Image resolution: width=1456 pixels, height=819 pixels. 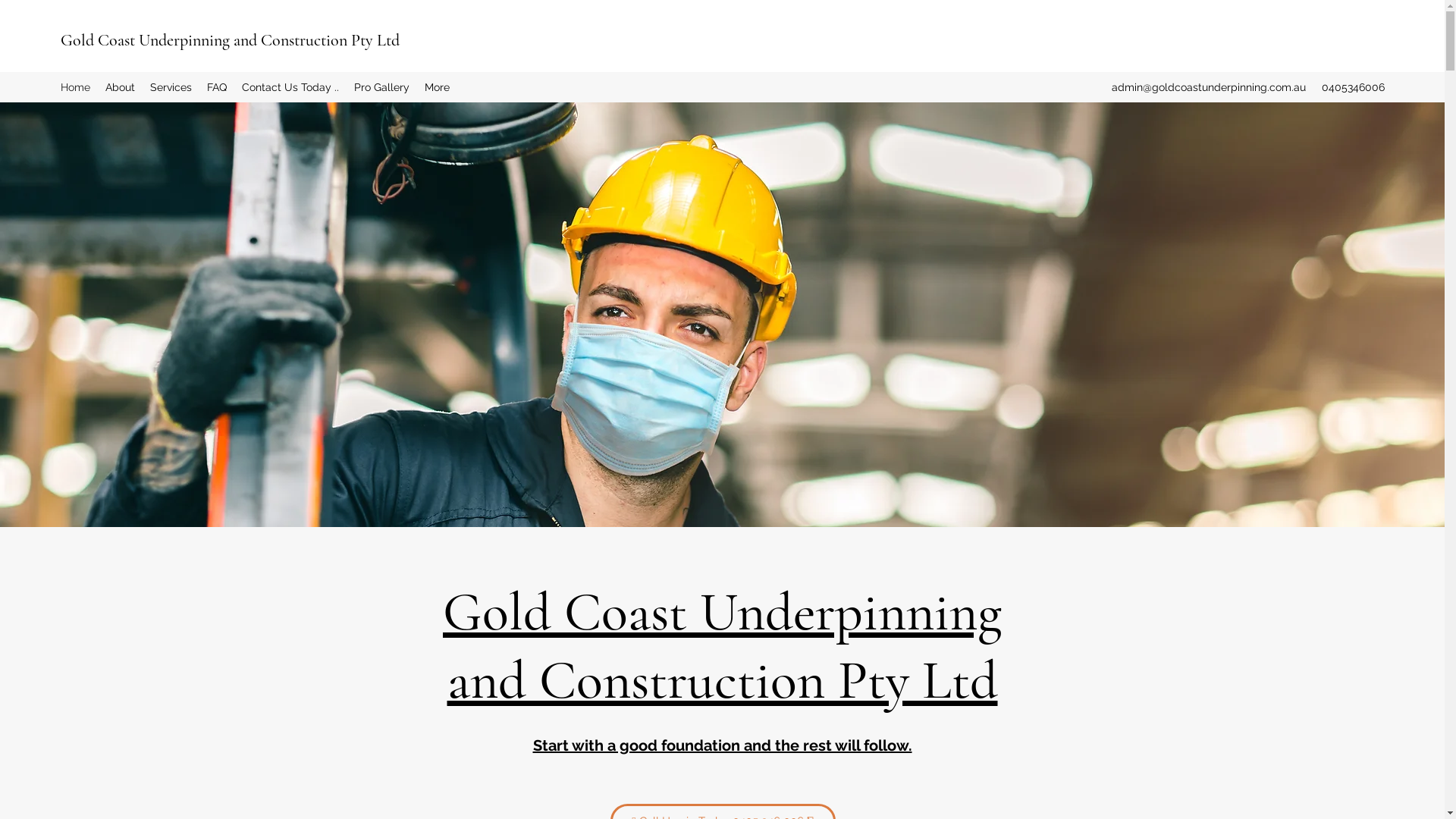 What do you see at coordinates (1111, 87) in the screenshot?
I see `'admin@goldcoastunderpinning.com.au'` at bounding box center [1111, 87].